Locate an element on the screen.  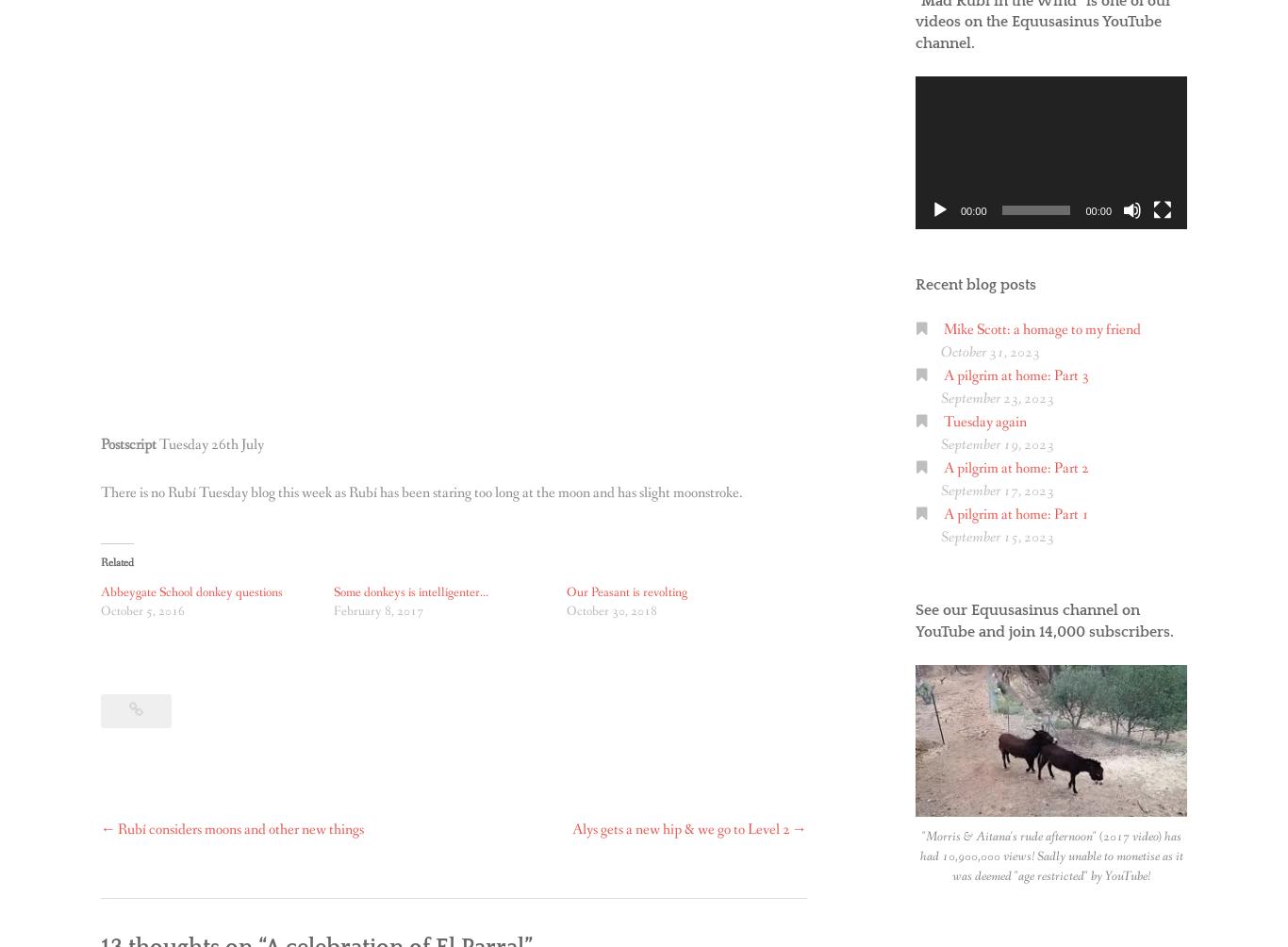
'September 23, 2023' is located at coordinates (940, 397).